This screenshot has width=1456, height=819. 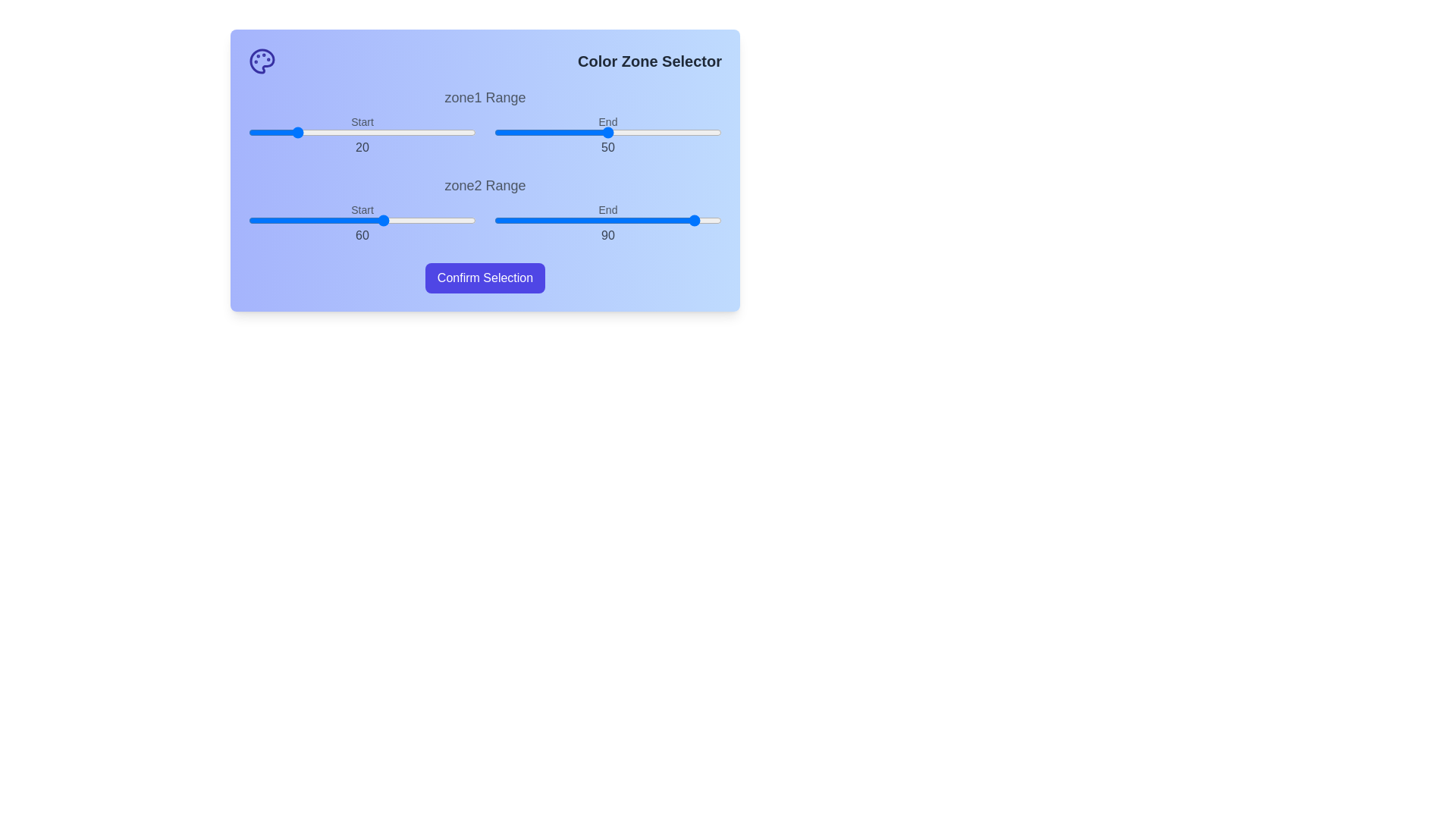 What do you see at coordinates (301, 131) in the screenshot?
I see `the start range slider for zone1 to 23` at bounding box center [301, 131].